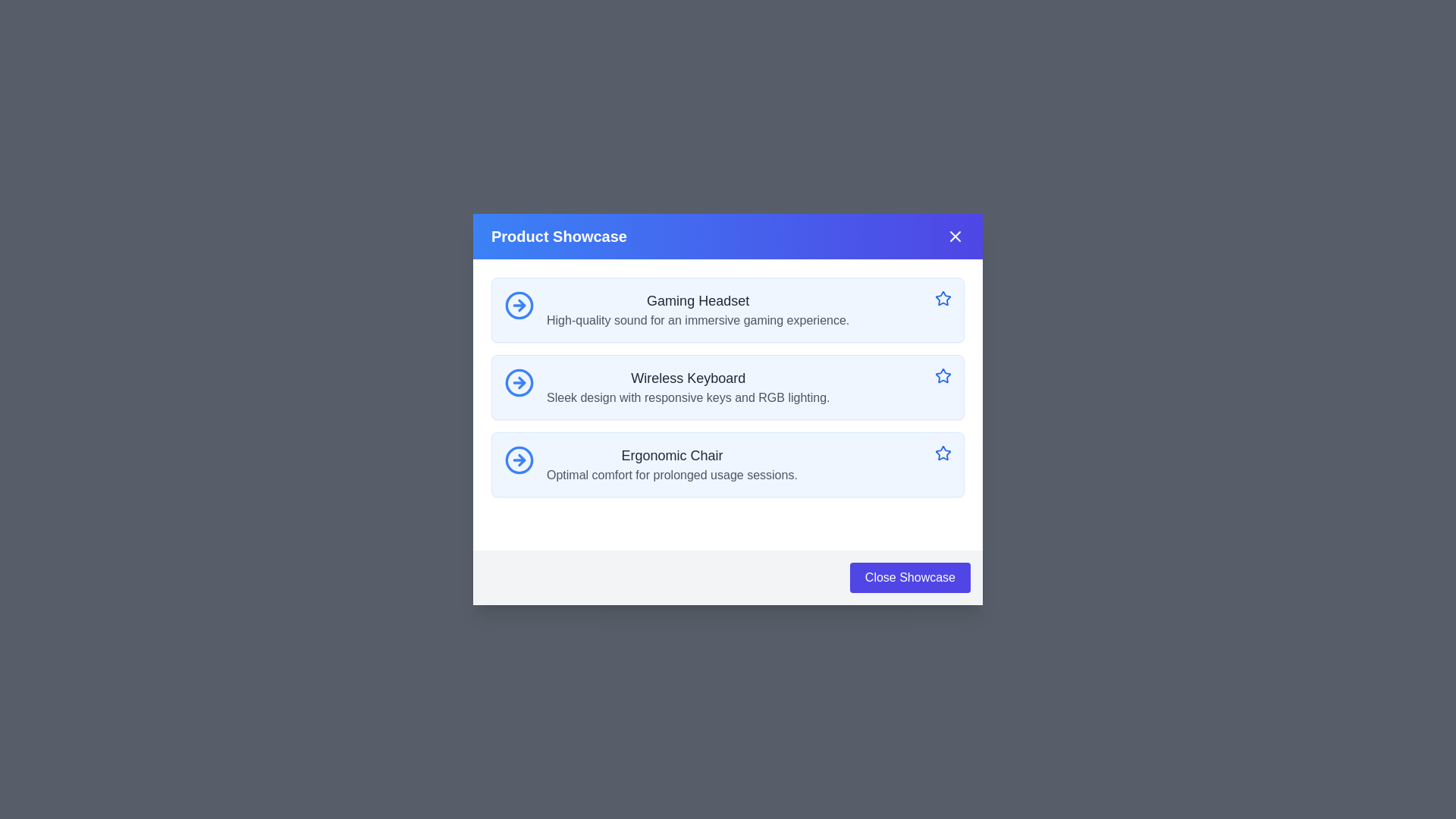  Describe the element at coordinates (954, 237) in the screenshot. I see `the small square icon with a white 'X' symbol inside it located in the top-right corner of the 'Product Showcase' header bar` at that location.